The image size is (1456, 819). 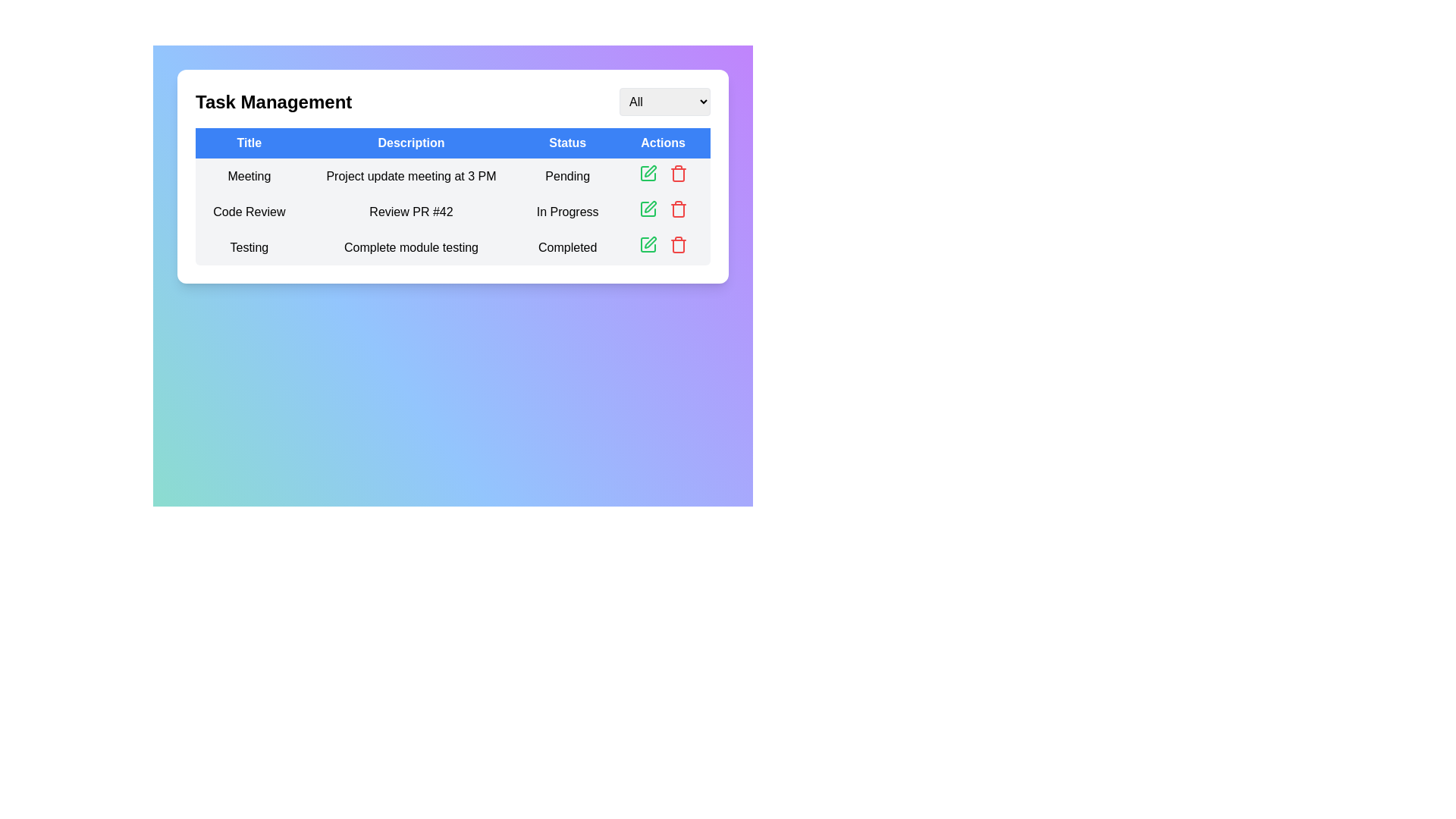 What do you see at coordinates (650, 242) in the screenshot?
I see `the green pen icon in the 'Actions' column of the table to initiate the edit function` at bounding box center [650, 242].